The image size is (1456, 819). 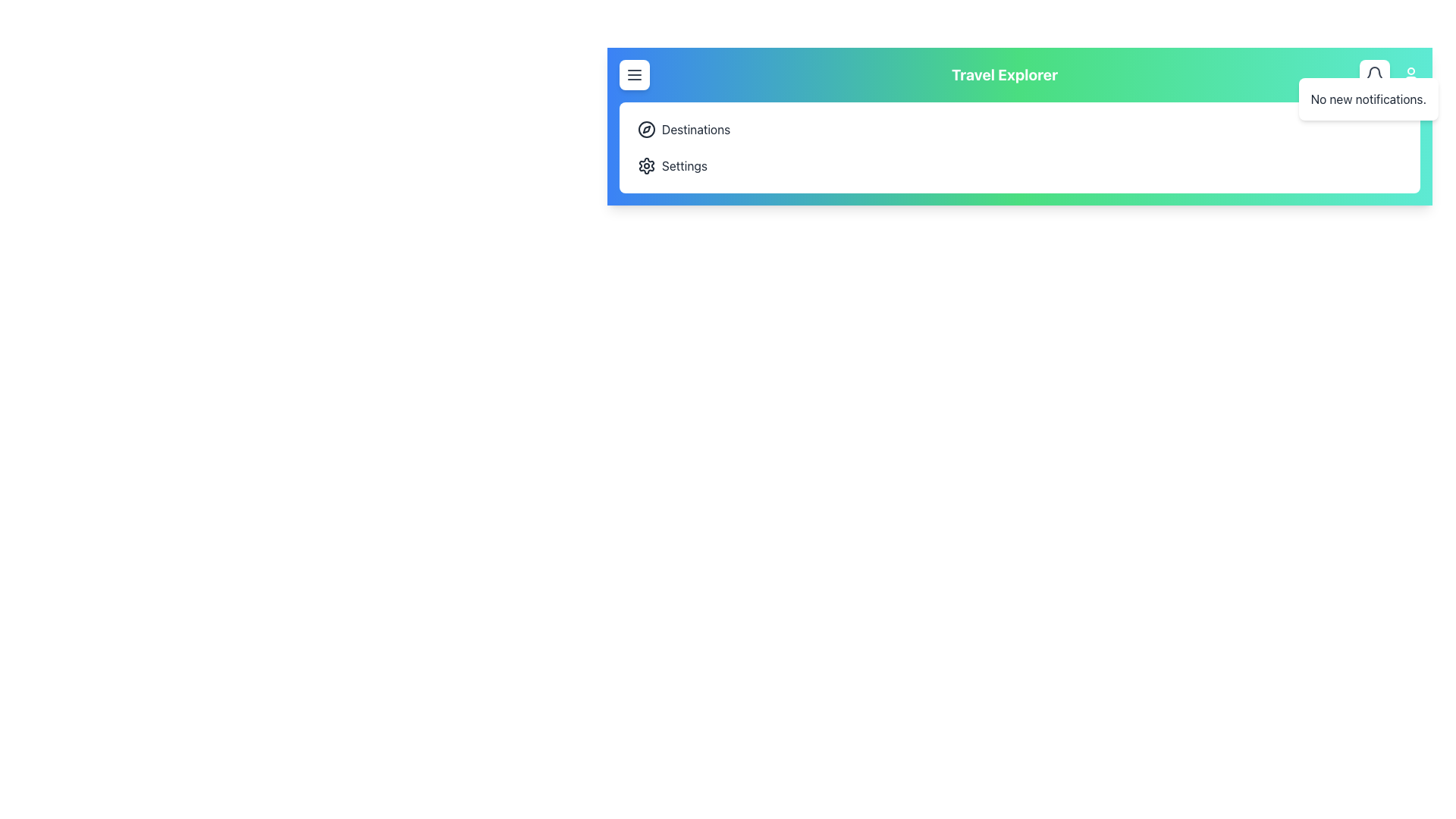 What do you see at coordinates (634, 75) in the screenshot?
I see `the menu icon consisting of three horizontal lines stacked vertically, located at the top-left corner of the interface, next to 'Travel Explorer'` at bounding box center [634, 75].